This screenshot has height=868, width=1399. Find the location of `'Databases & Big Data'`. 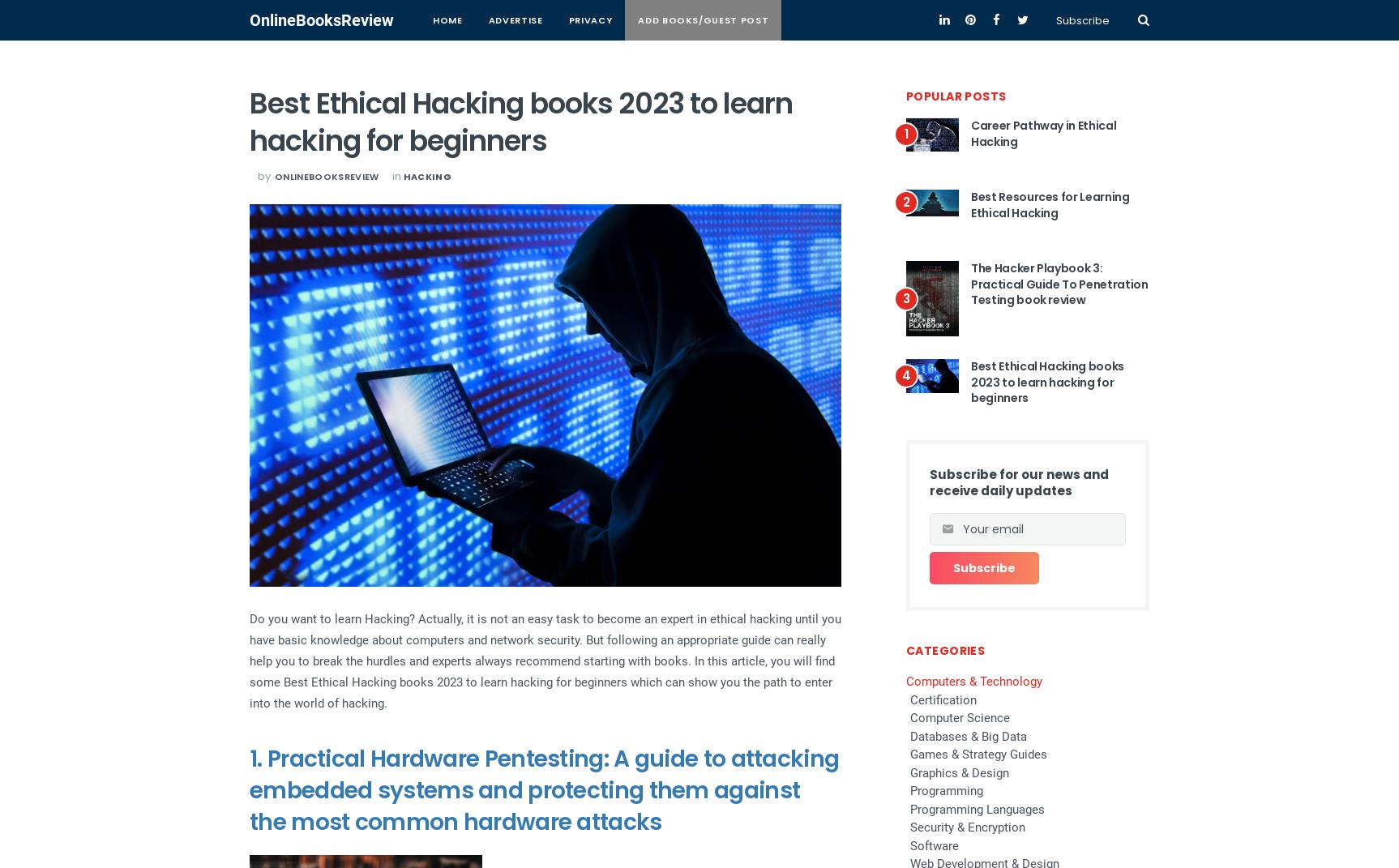

'Databases & Big Data' is located at coordinates (909, 735).